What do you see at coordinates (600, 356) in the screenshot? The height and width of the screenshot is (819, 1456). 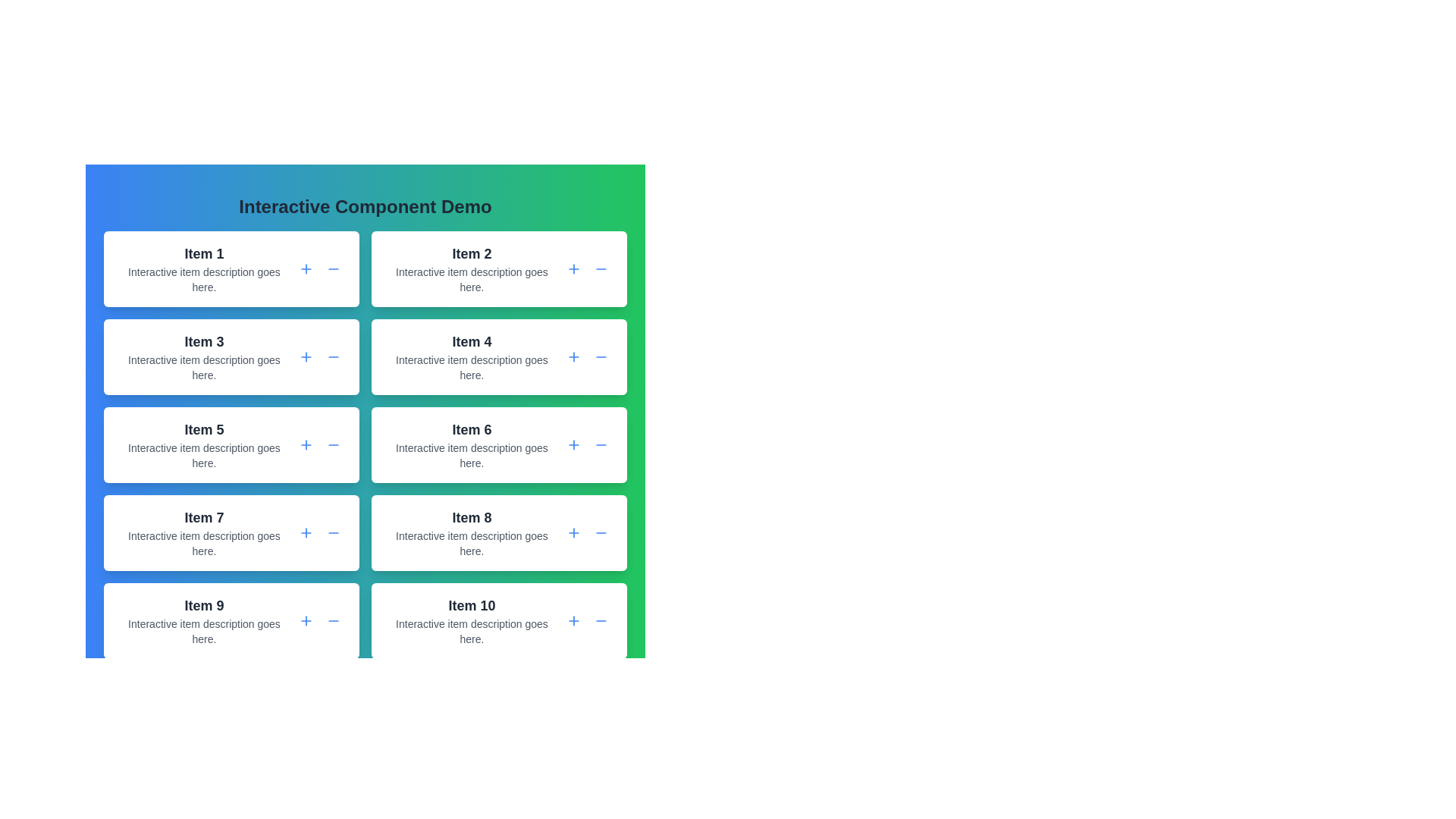 I see `the decrement button located within the 'Item 4' card` at bounding box center [600, 356].